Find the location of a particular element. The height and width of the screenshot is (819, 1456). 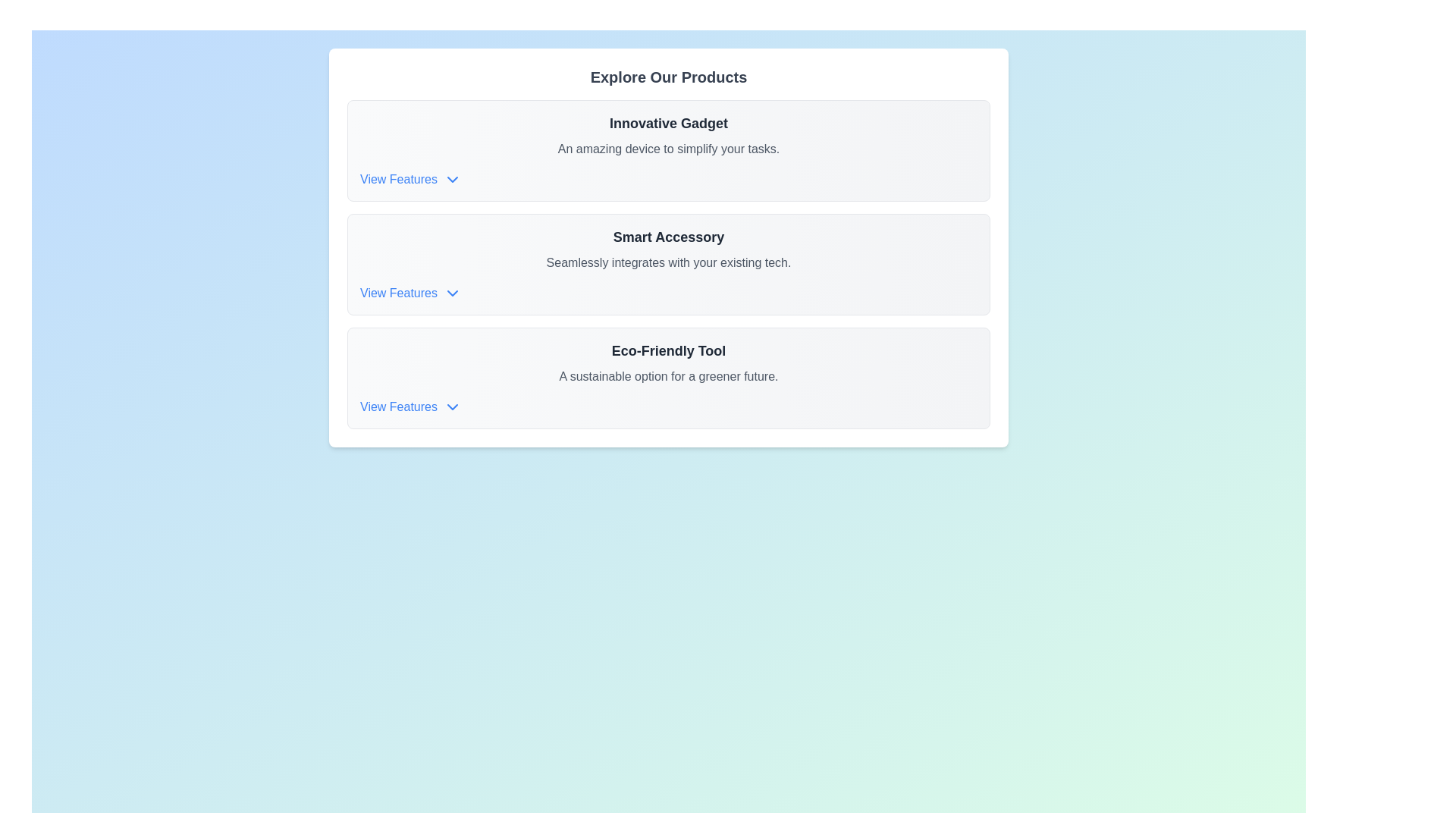

the static text element that reads 'A sustainable option for a greener future.' which is styled in gray font and positioned under the heading 'Eco-Friendly Tool.' is located at coordinates (668, 376).